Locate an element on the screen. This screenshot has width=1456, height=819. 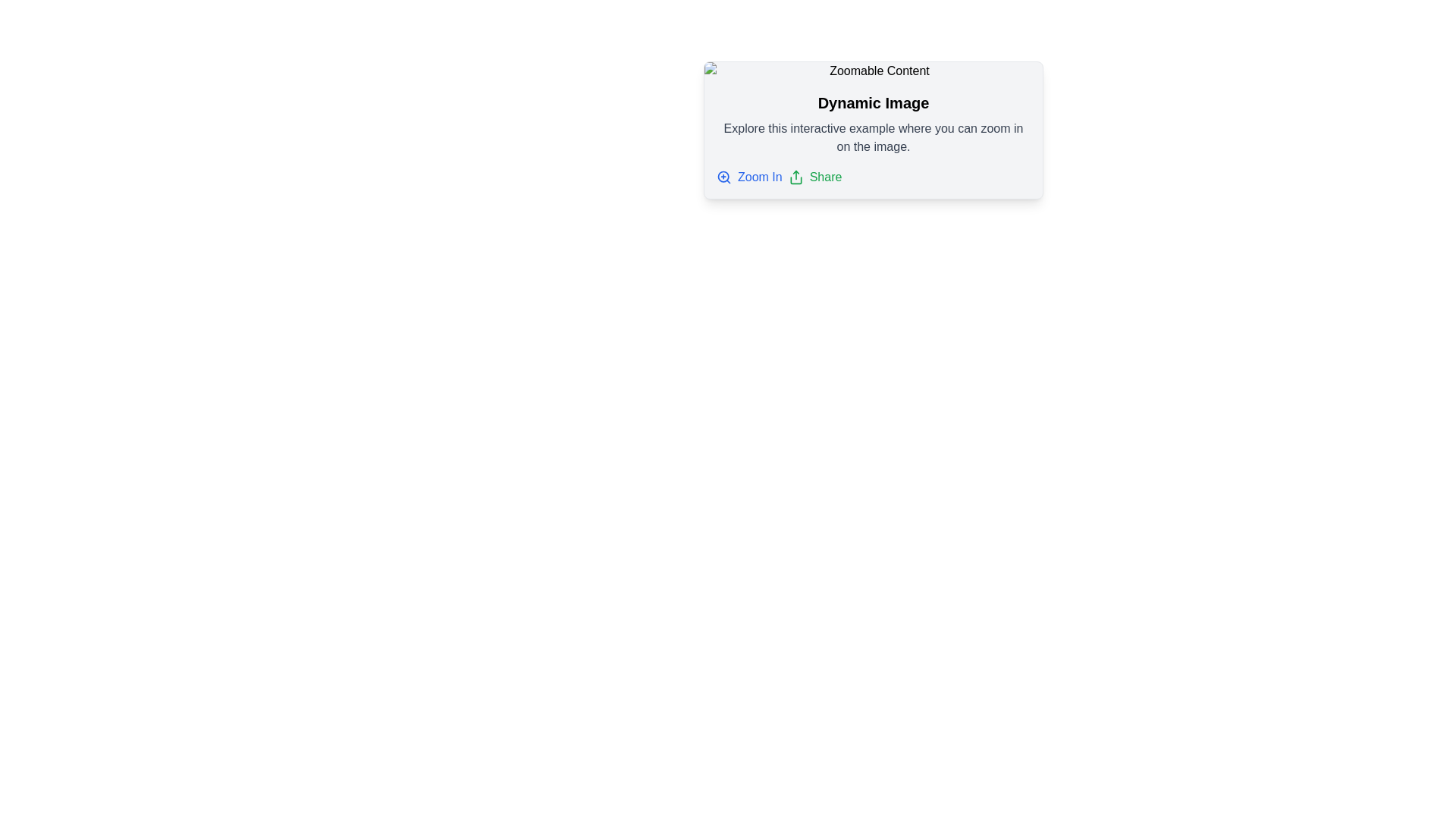
the 'Share' button with an upward arrow icon, located to the right of the 'Zoom In' button, to change its color to dark green is located at coordinates (814, 177).